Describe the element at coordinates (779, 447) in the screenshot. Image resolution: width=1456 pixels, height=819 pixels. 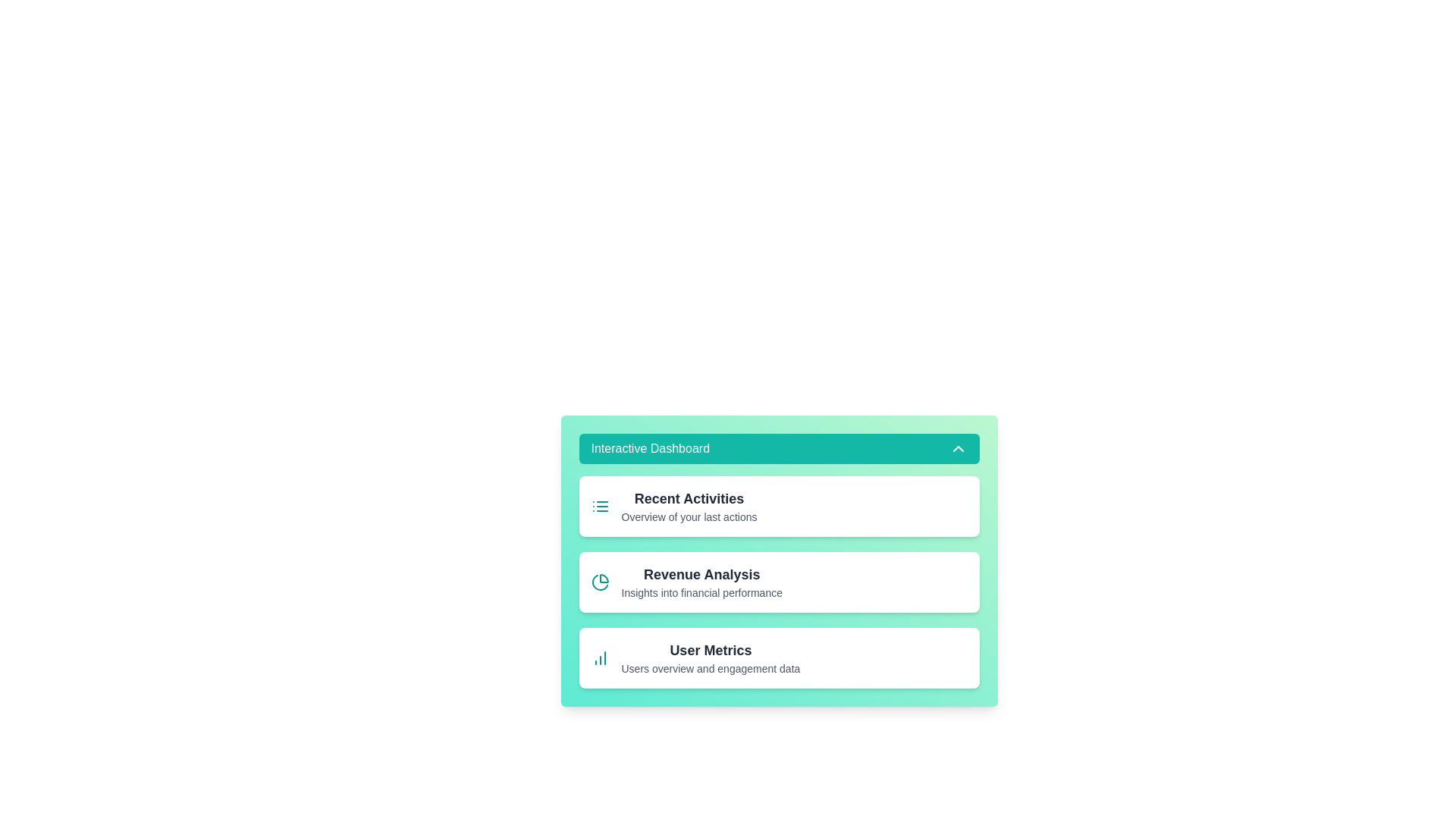
I see `the toggle button of the dashboard menu to expand or collapse it` at that location.